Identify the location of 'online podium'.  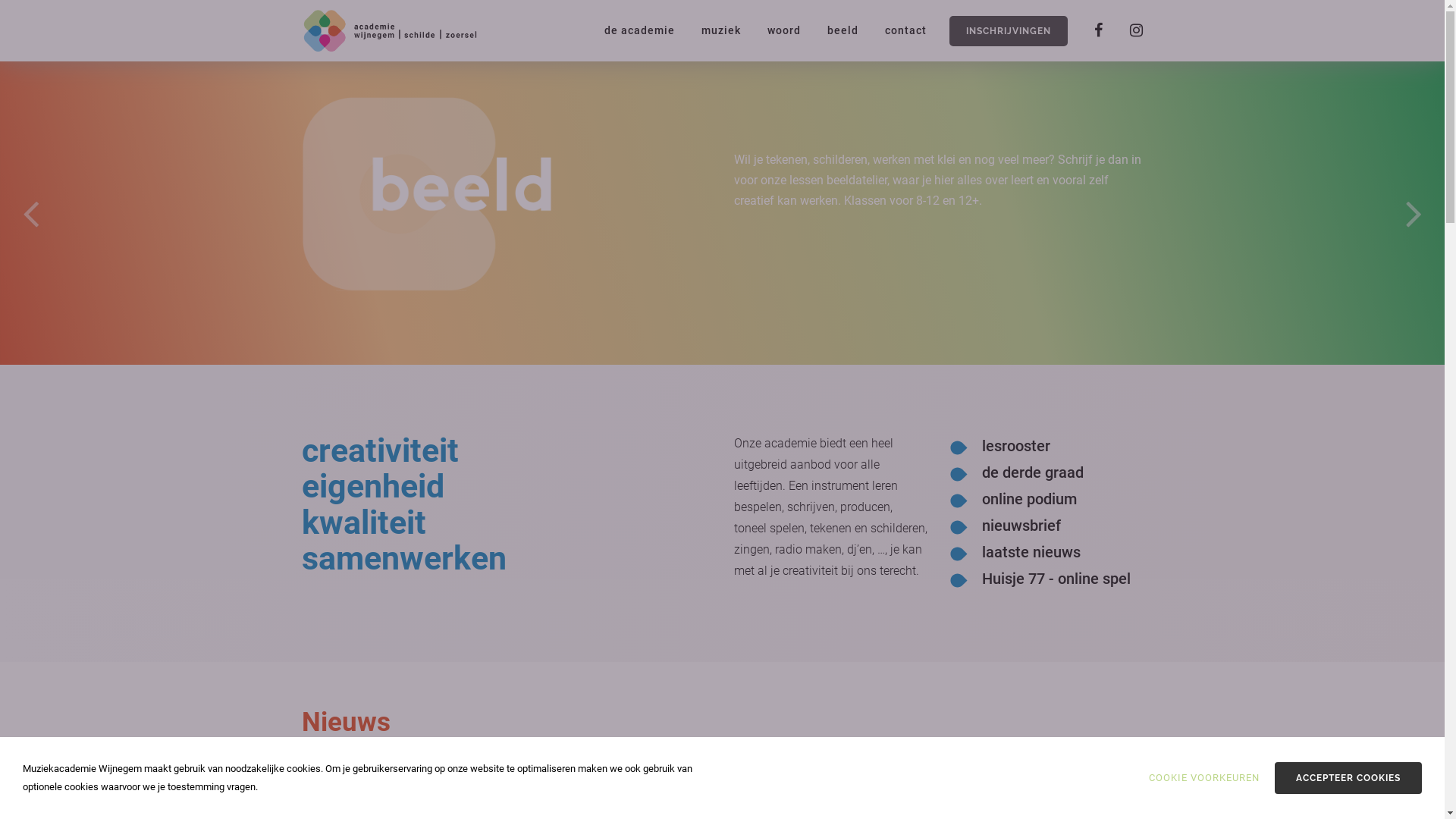
(1028, 499).